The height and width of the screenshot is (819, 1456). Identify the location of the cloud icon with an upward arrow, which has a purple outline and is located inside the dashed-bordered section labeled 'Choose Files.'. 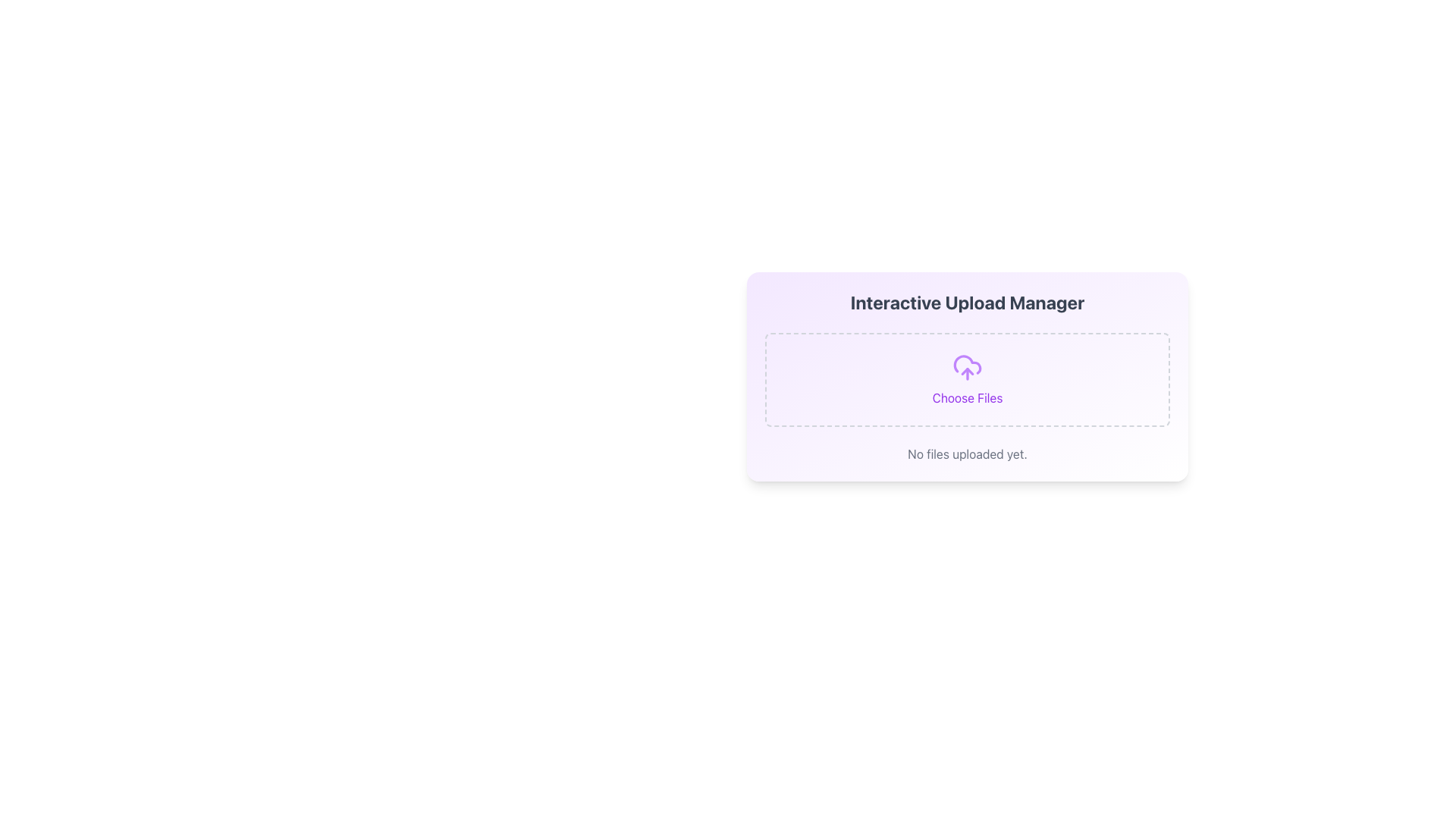
(967, 368).